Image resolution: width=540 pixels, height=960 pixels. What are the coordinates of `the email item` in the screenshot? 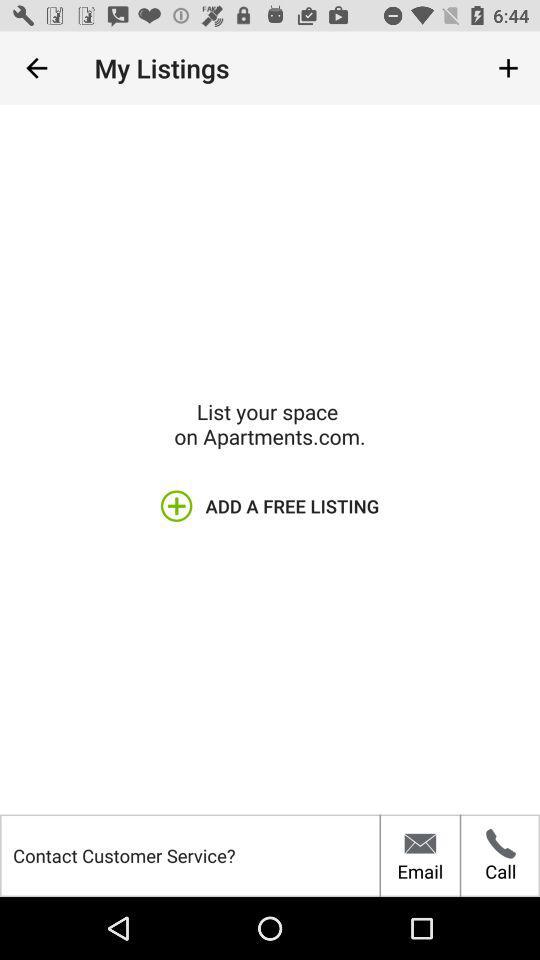 It's located at (419, 854).